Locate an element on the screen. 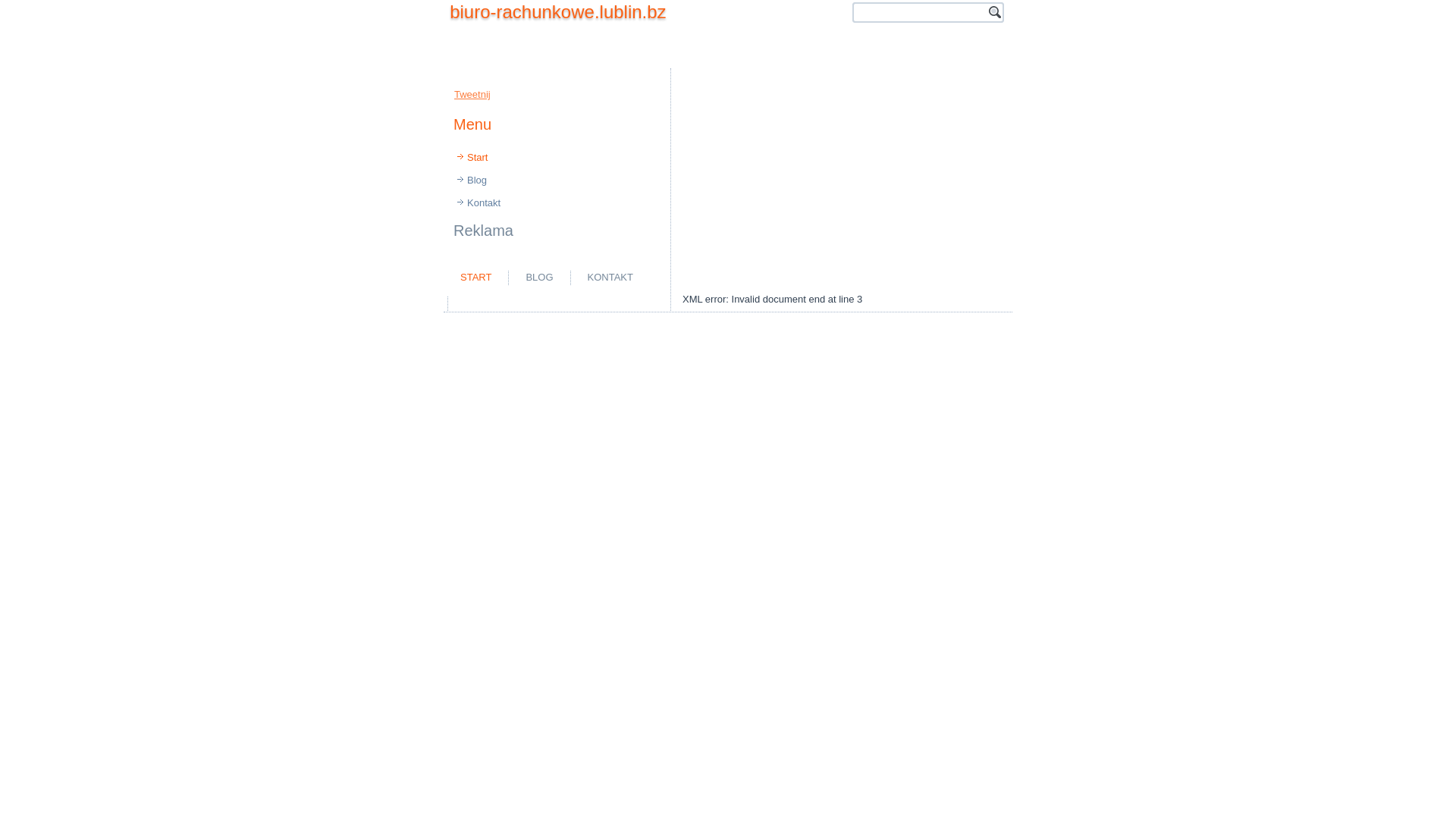  'Advertisement' is located at coordinates (629, 303).